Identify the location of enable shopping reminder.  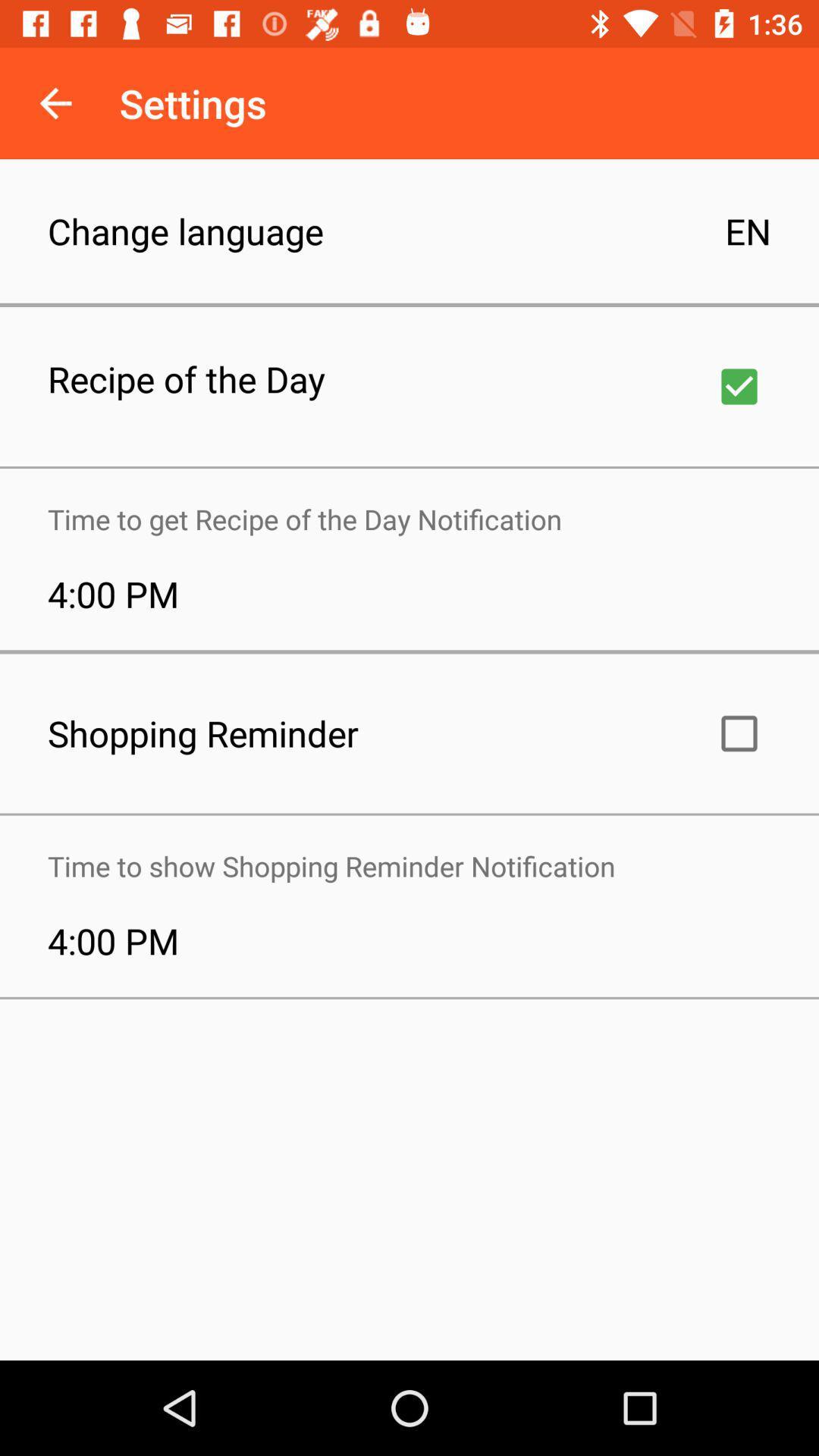
(739, 733).